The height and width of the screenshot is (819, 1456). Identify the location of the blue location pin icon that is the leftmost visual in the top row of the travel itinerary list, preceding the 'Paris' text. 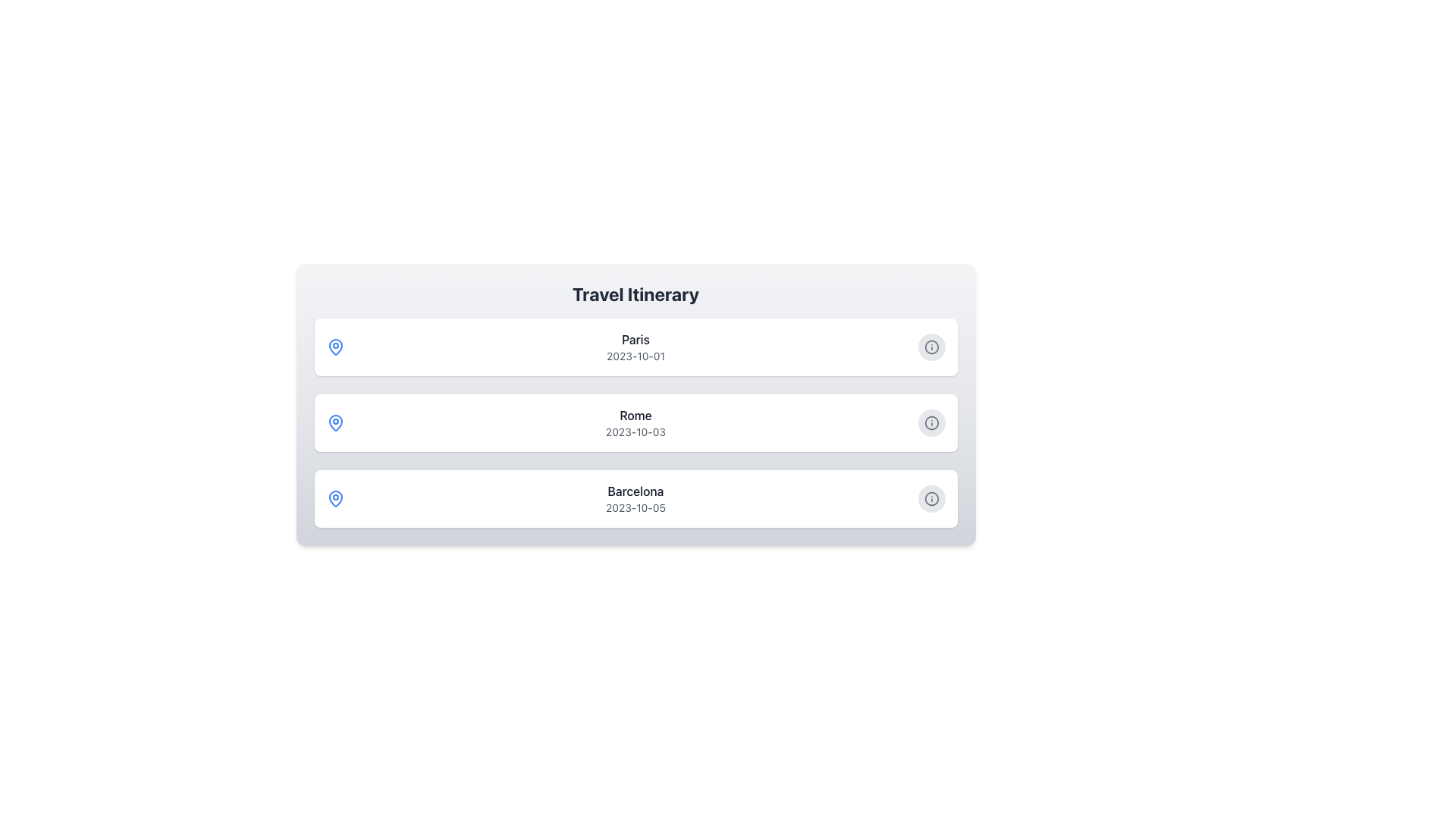
(334, 347).